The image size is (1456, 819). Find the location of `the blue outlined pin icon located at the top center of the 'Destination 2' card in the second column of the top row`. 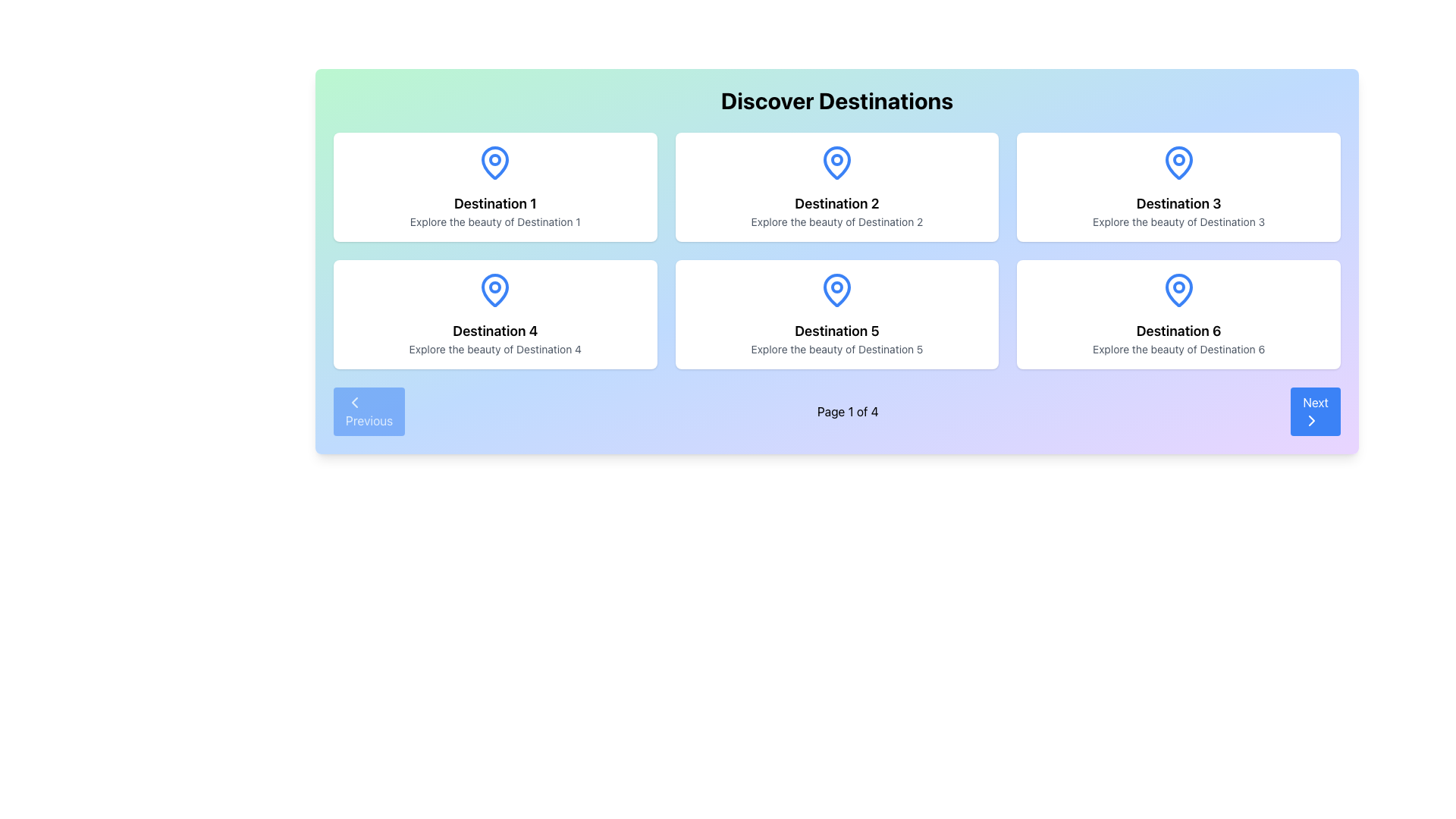

the blue outlined pin icon located at the top center of the 'Destination 2' card in the second column of the top row is located at coordinates (836, 163).